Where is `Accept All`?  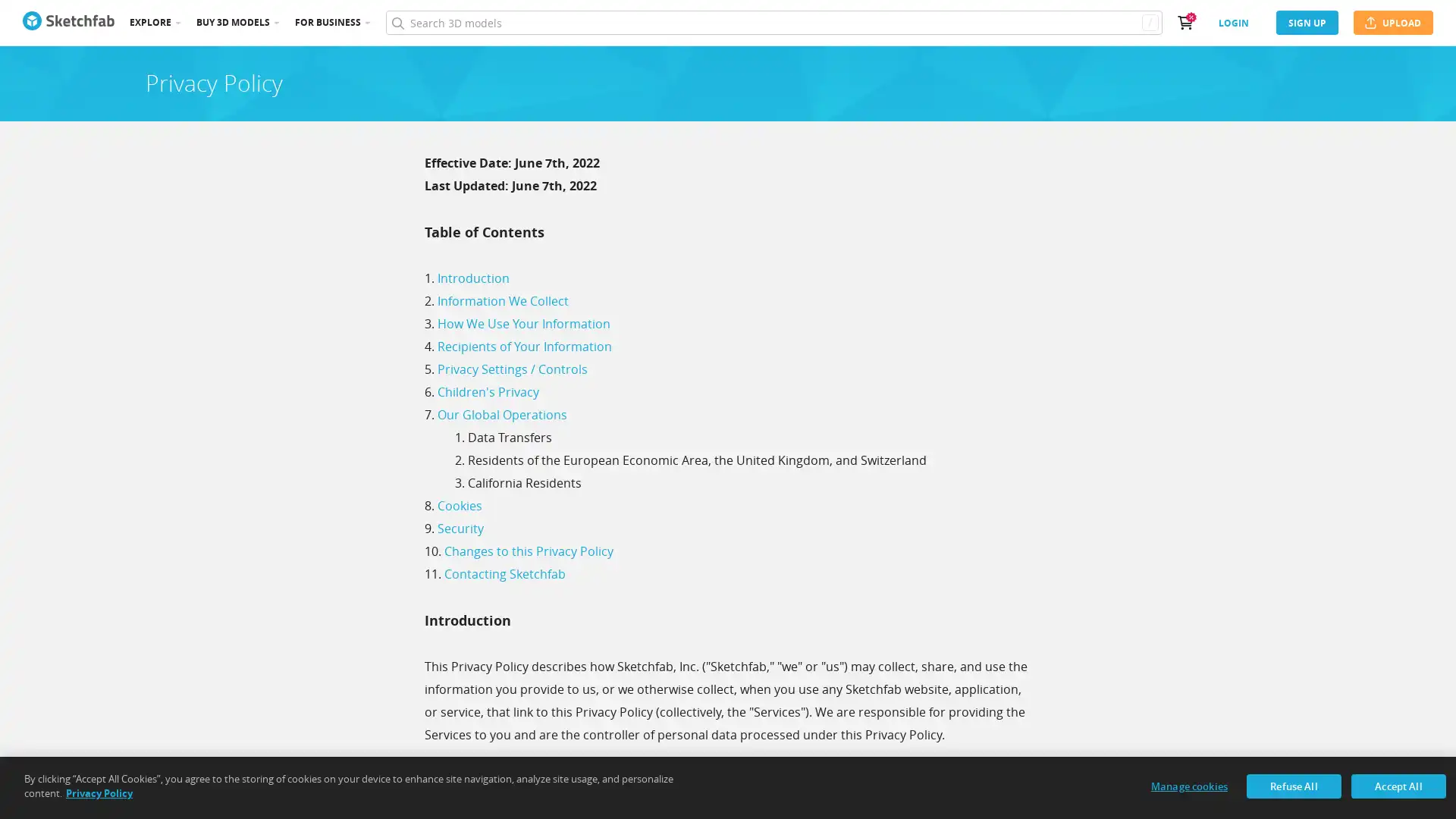 Accept All is located at coordinates (1398, 786).